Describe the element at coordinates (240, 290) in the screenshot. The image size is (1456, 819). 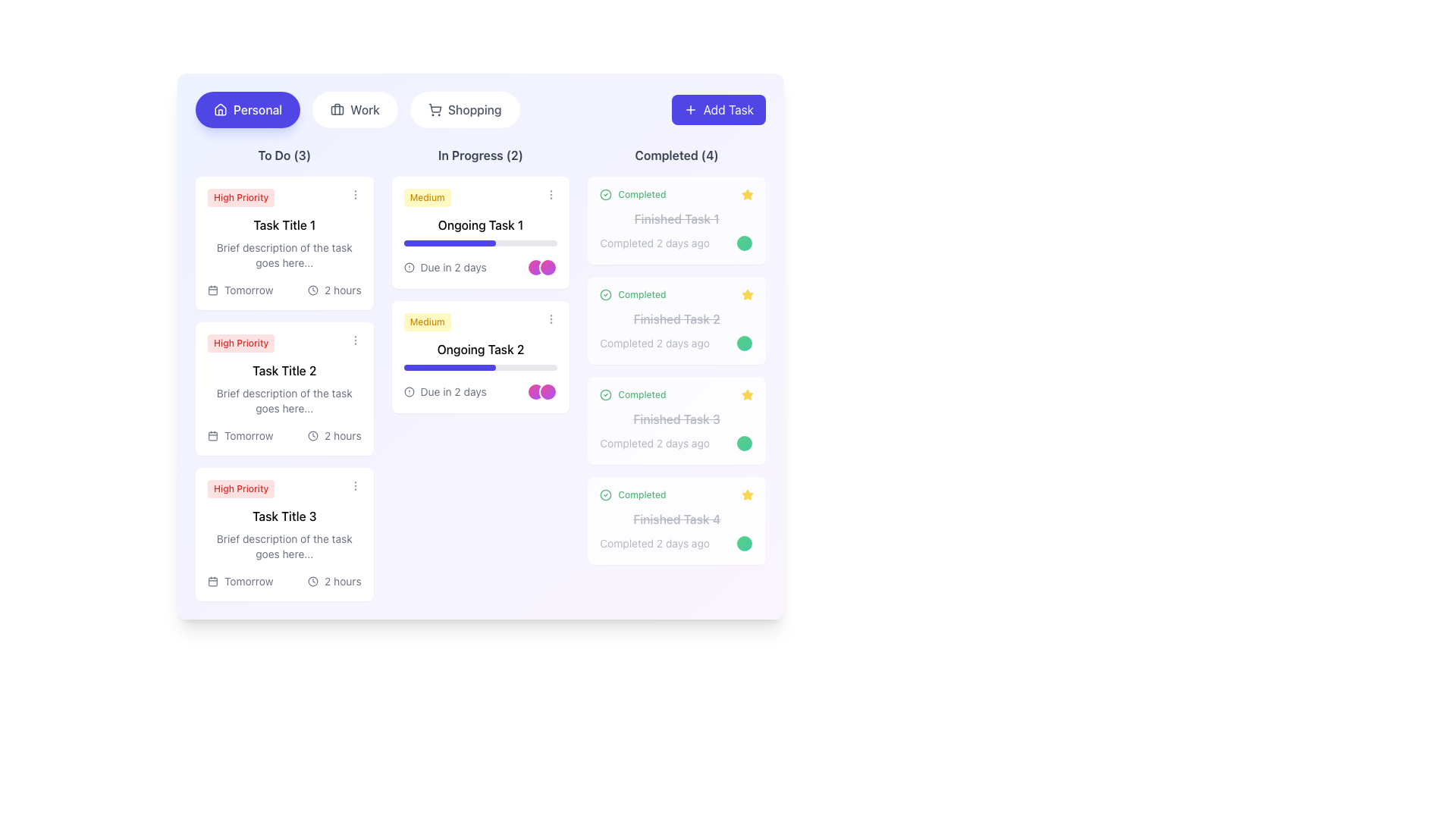
I see `the static informational label in the 'To Do' section that indicates the scheduled date for 'Tomorrow' with an accompanying duration of '2 hours'` at that location.